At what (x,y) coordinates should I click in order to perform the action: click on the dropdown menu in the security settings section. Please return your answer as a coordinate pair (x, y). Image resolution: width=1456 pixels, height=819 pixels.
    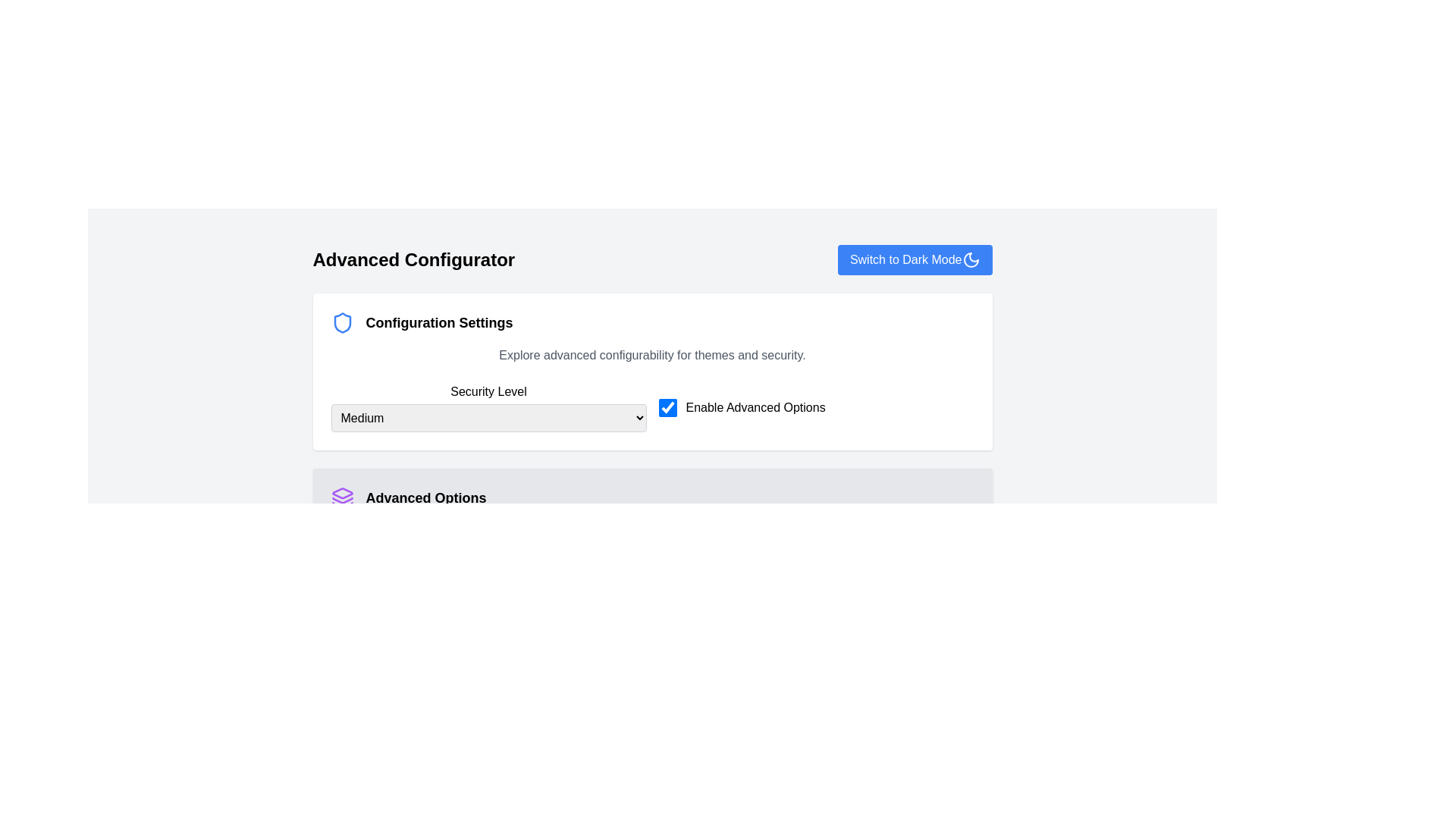
    Looking at the image, I should click on (652, 425).